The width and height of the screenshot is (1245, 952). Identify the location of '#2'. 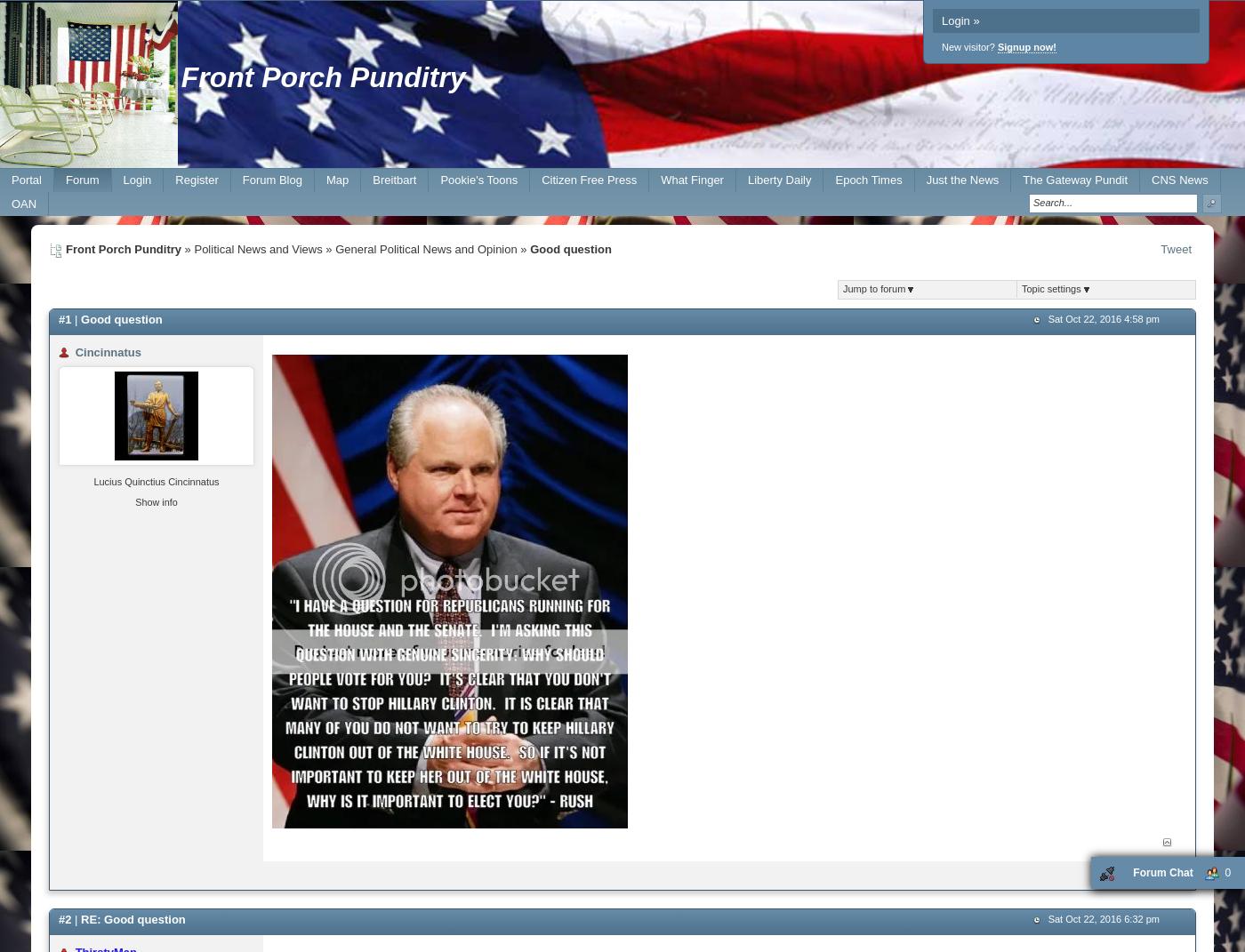
(64, 919).